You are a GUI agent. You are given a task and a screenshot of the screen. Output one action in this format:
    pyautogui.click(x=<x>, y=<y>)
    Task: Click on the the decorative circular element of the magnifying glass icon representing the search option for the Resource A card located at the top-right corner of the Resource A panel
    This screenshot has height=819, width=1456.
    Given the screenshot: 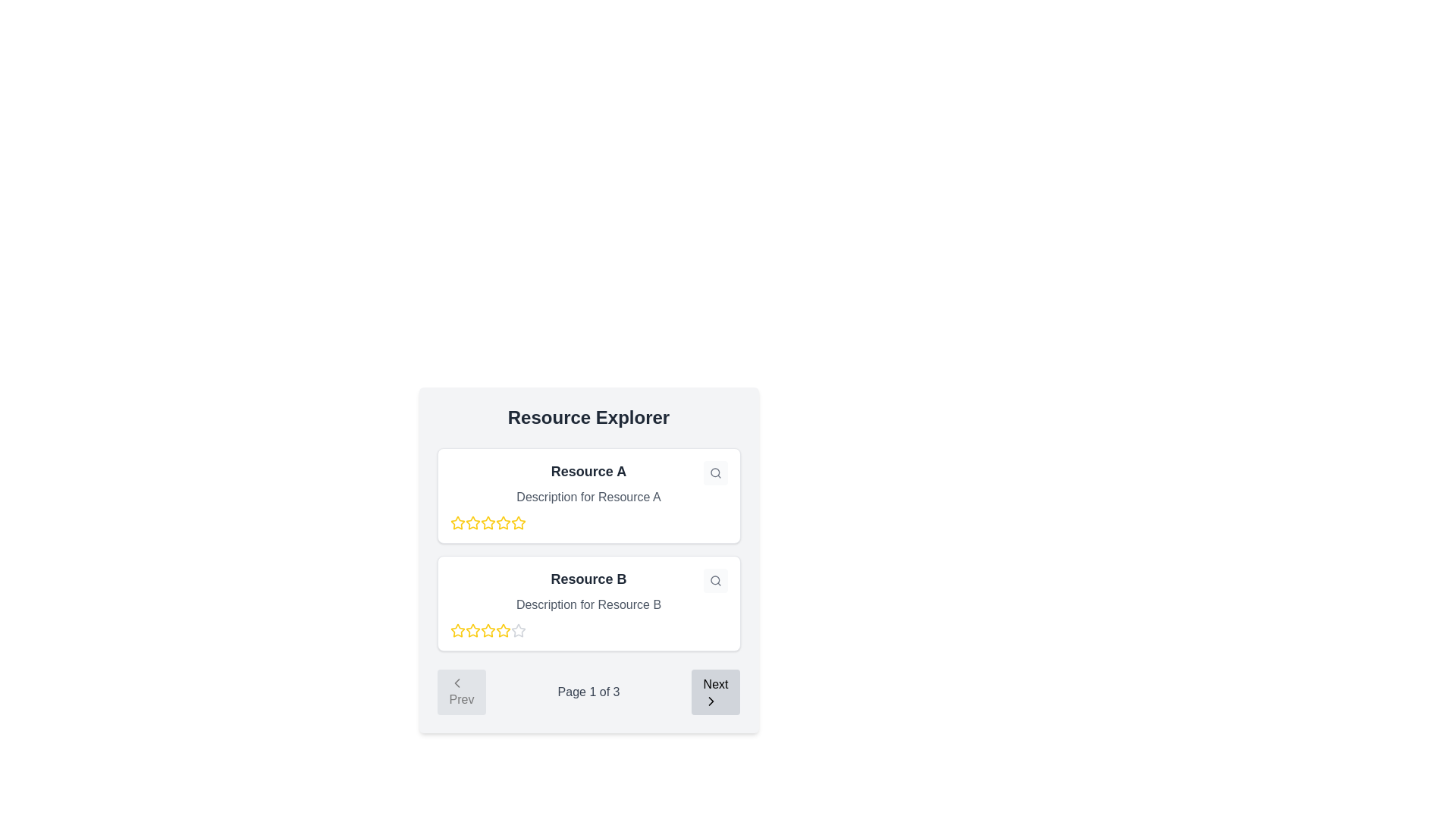 What is the action you would take?
    pyautogui.click(x=714, y=472)
    